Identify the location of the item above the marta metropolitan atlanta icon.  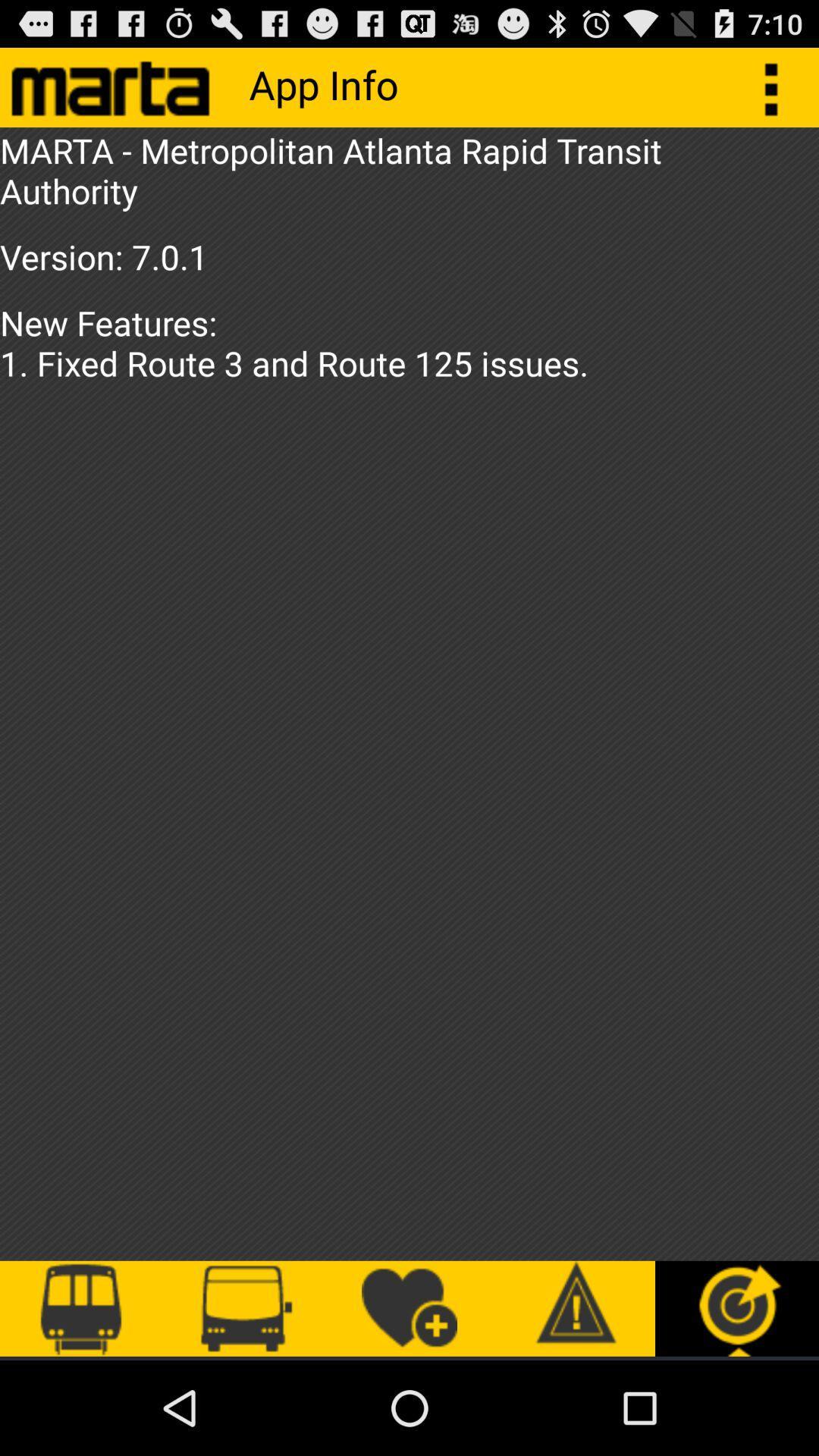
(779, 86).